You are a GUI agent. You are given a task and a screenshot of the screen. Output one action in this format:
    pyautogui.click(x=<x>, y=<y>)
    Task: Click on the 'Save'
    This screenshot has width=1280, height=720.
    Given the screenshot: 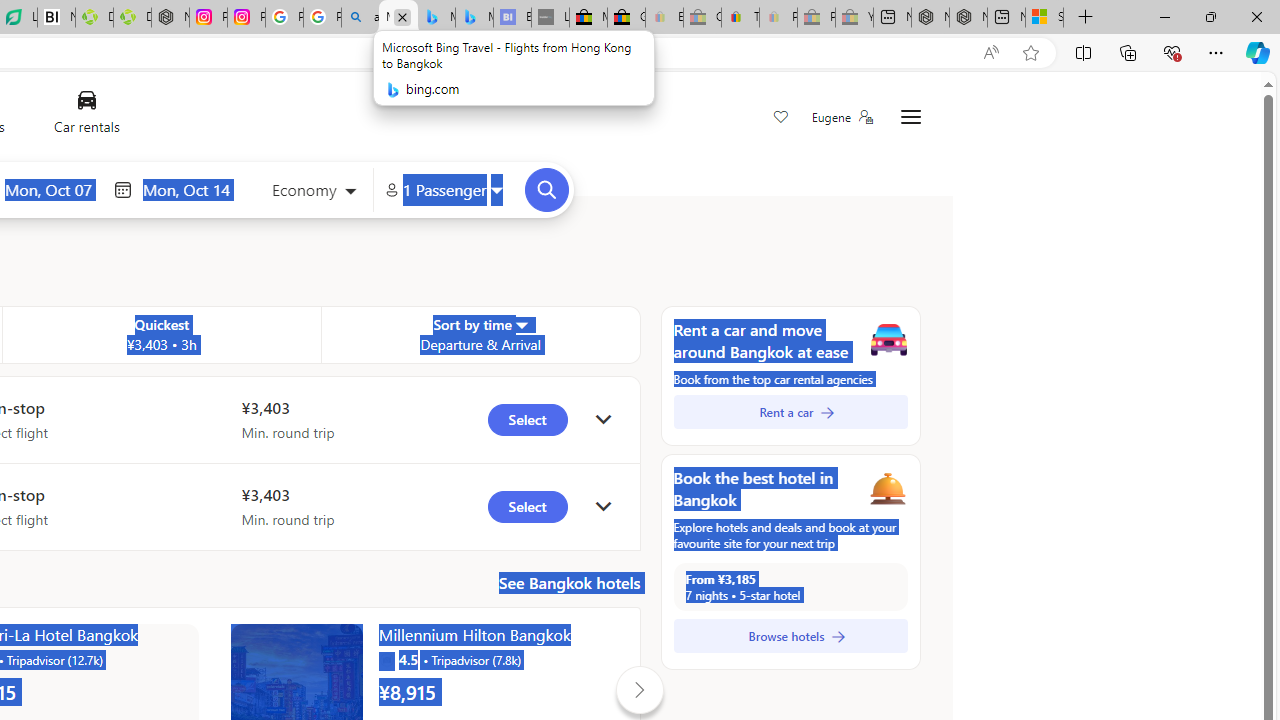 What is the action you would take?
    pyautogui.click(x=779, y=118)
    